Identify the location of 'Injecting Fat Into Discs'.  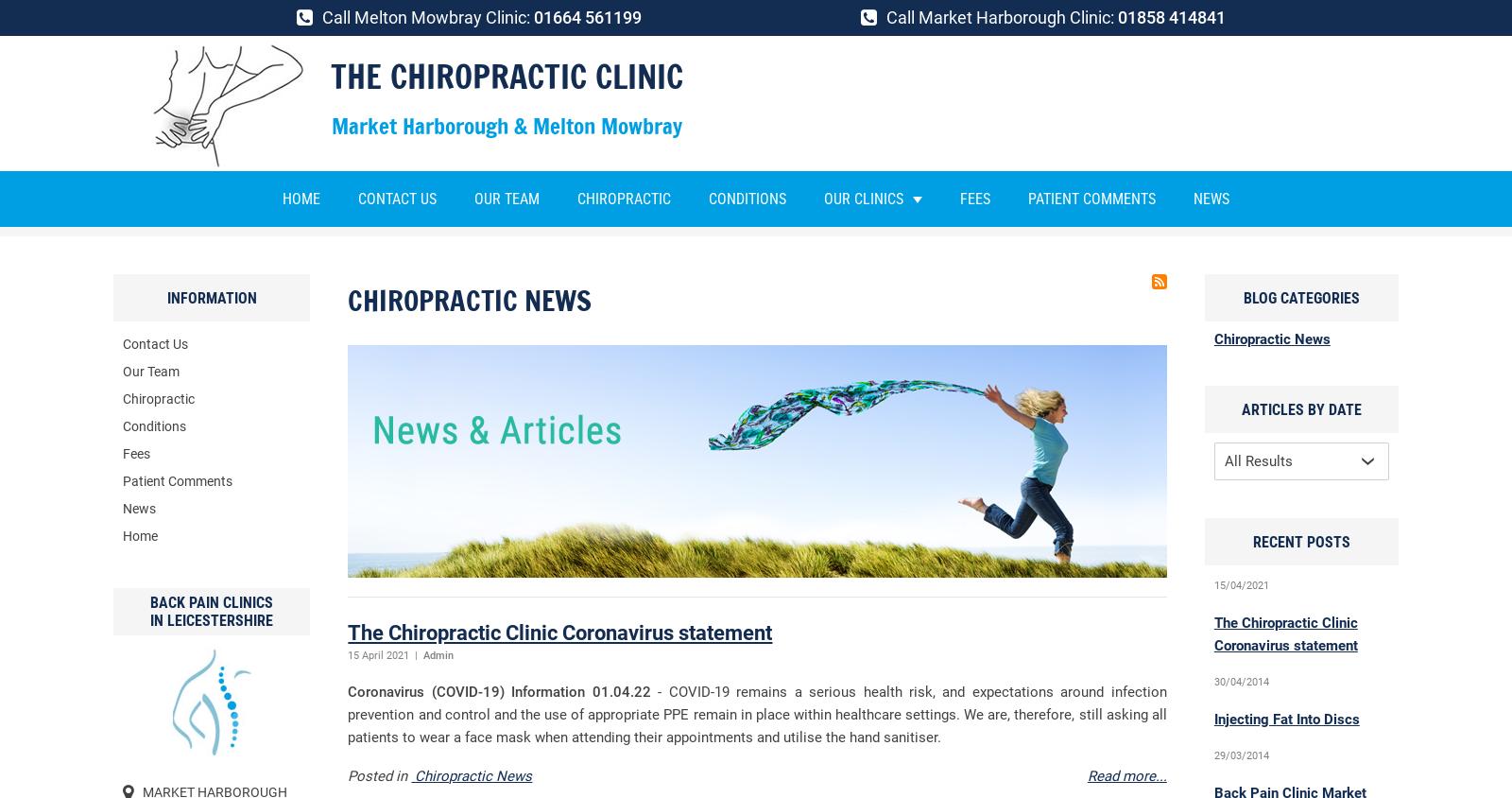
(1284, 720).